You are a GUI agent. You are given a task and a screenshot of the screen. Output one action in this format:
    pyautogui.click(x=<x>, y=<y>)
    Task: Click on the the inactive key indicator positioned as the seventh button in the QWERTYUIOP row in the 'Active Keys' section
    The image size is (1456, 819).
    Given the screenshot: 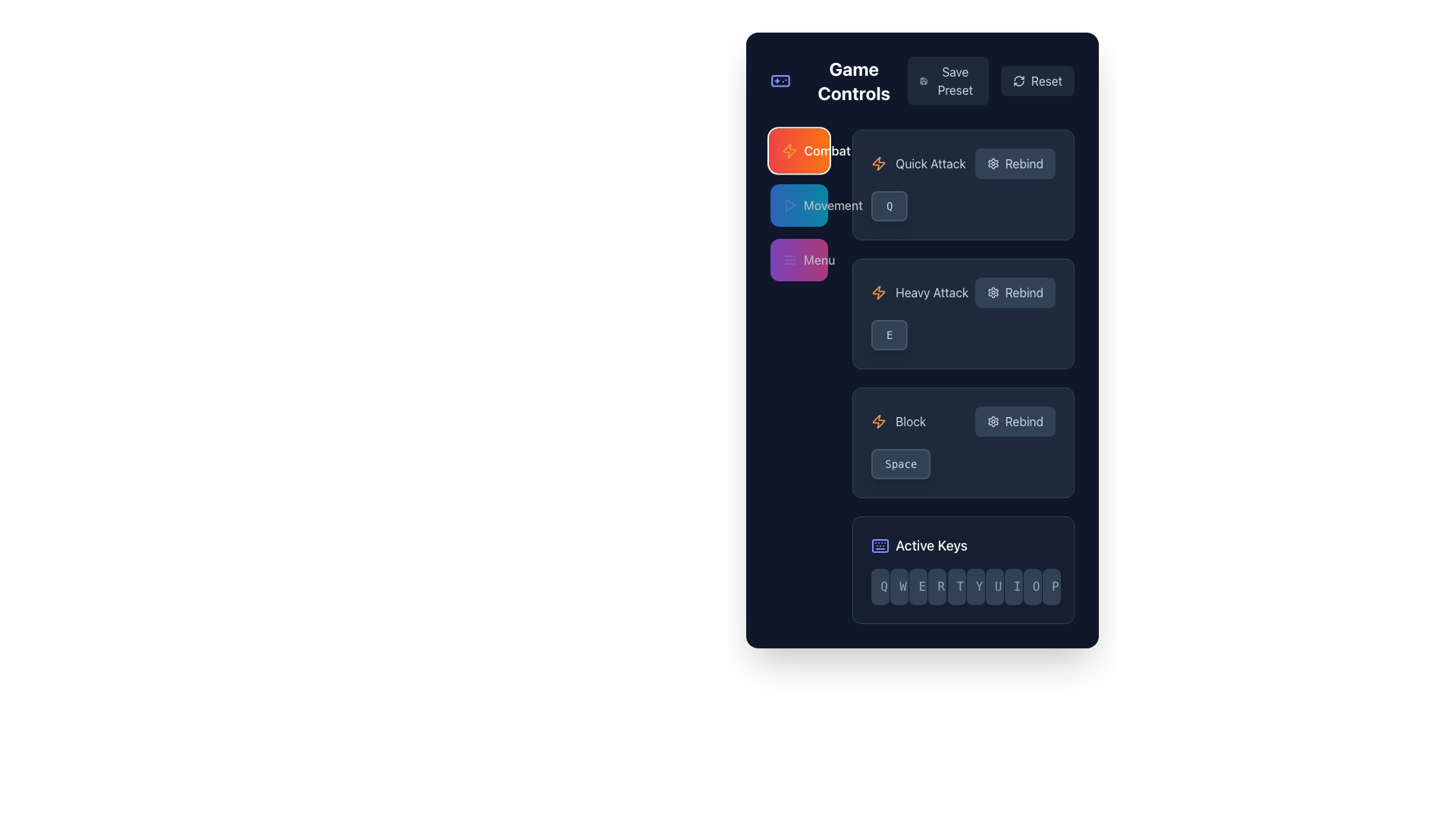 What is the action you would take?
    pyautogui.click(x=994, y=586)
    